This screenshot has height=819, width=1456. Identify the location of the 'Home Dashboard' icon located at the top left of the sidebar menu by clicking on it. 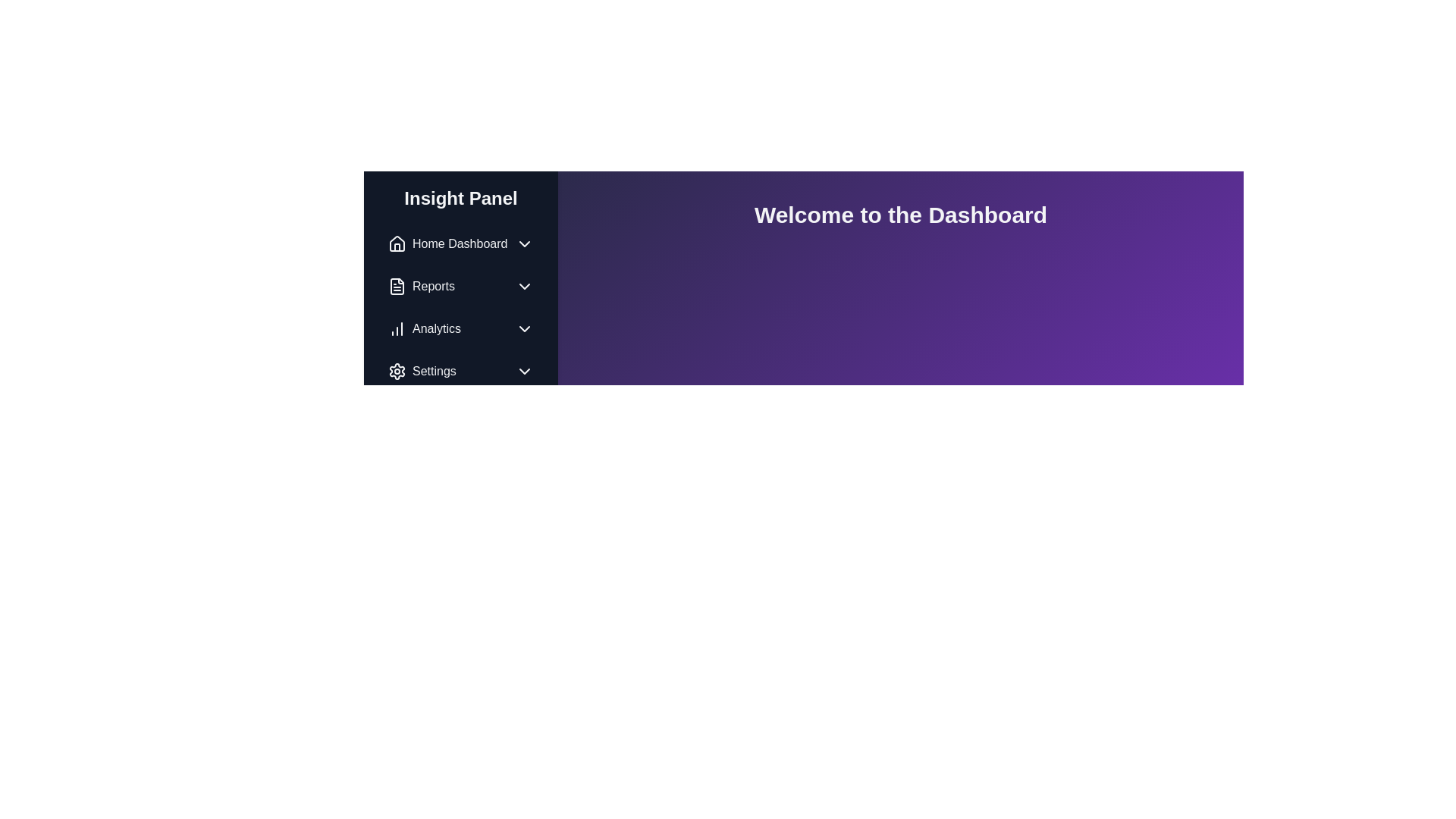
(397, 242).